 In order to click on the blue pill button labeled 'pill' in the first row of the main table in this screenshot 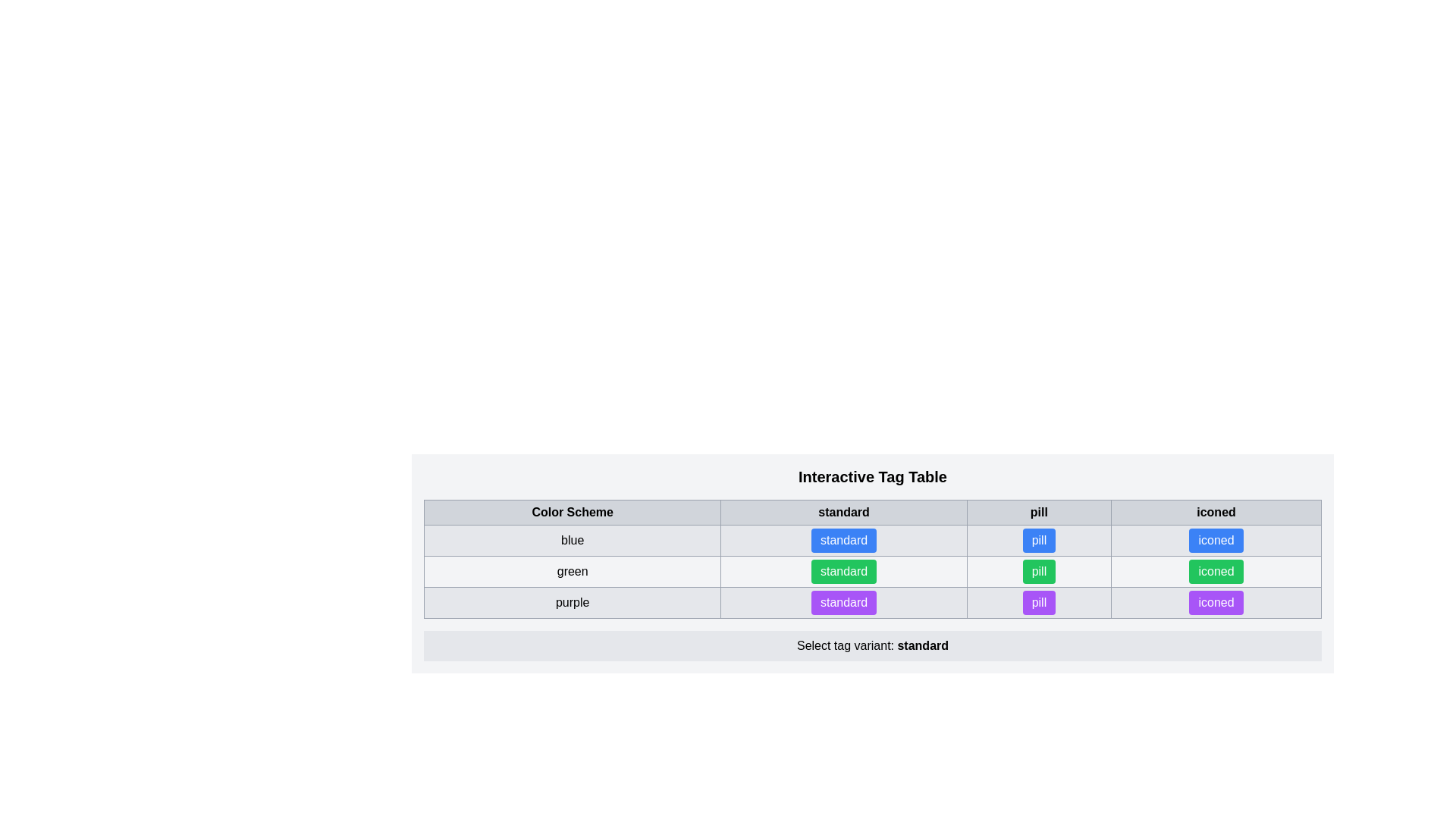, I will do `click(1038, 540)`.